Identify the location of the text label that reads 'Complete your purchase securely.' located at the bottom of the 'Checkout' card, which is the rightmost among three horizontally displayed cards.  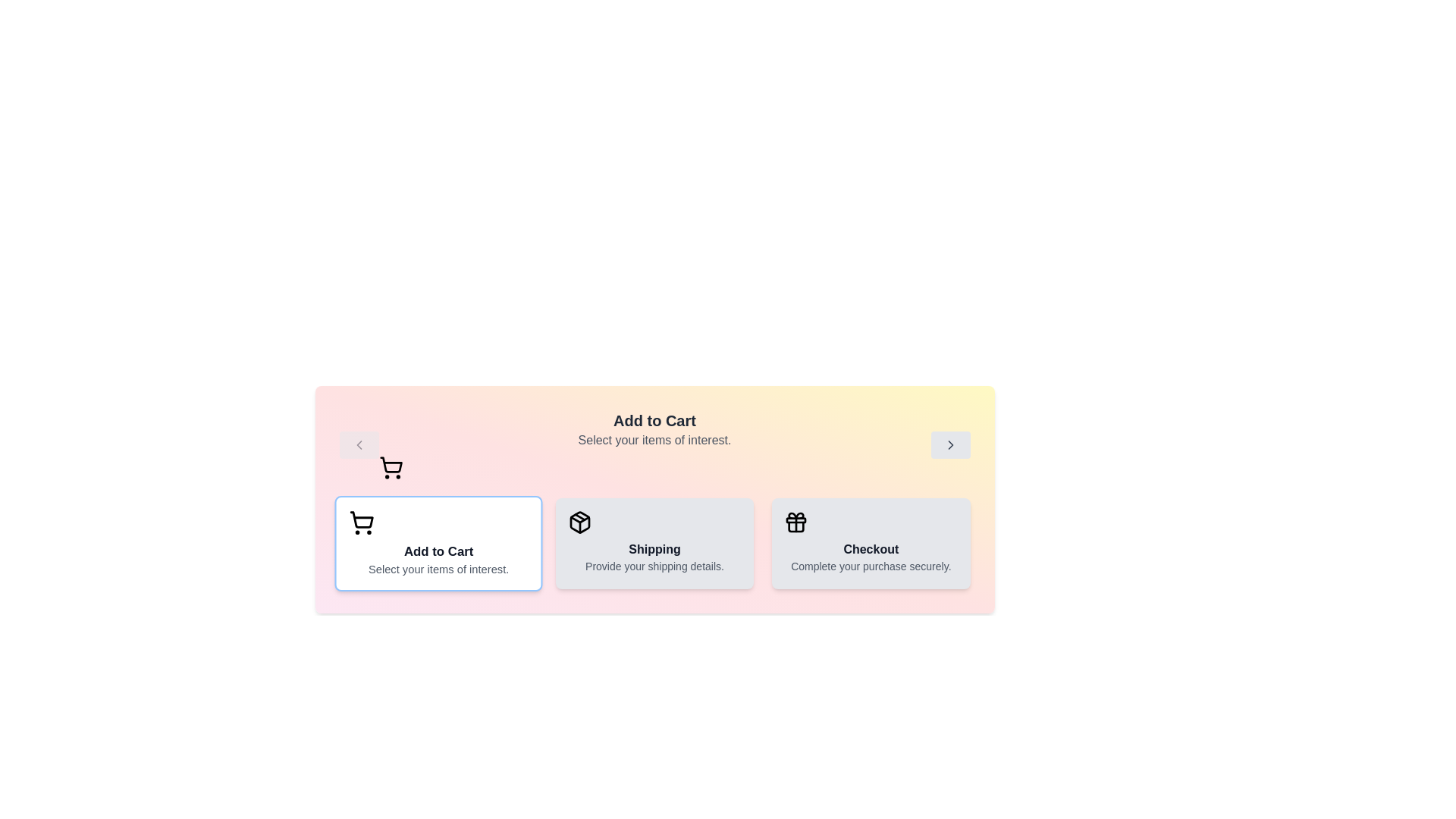
(871, 566).